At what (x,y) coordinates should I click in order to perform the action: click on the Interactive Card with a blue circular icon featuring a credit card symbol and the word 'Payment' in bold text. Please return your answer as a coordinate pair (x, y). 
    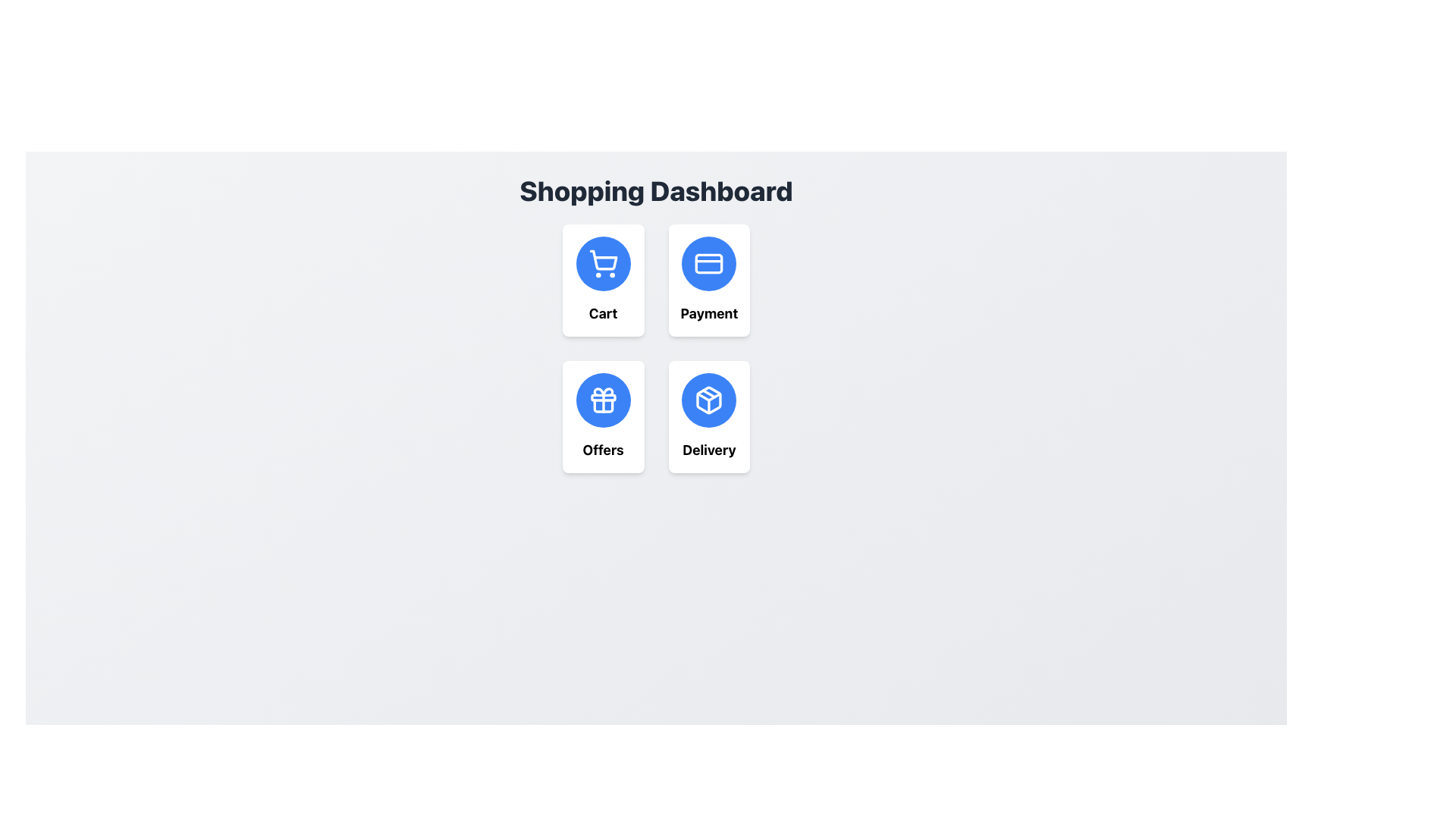
    Looking at the image, I should click on (708, 281).